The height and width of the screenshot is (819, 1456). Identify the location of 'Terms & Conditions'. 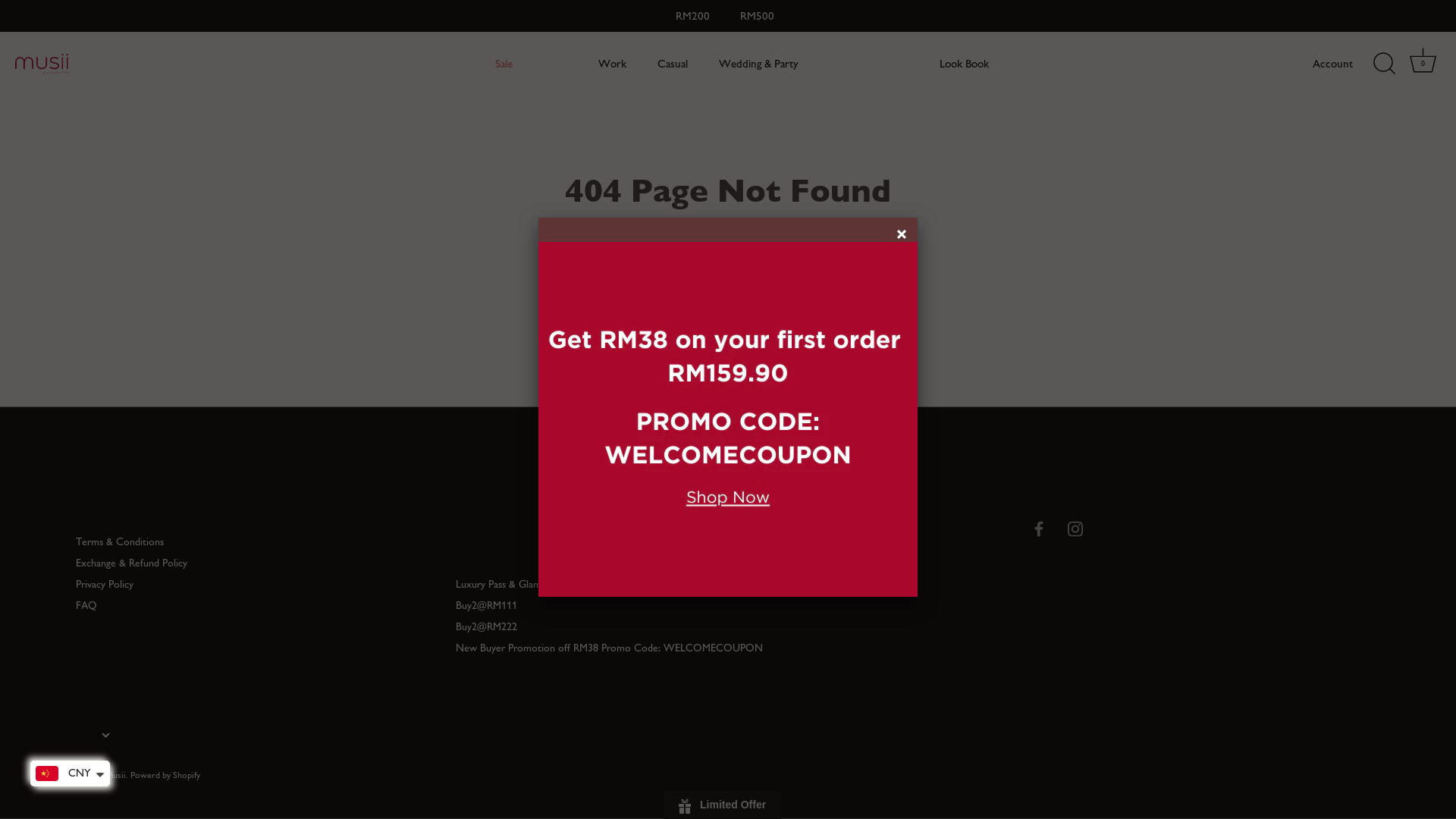
(119, 541).